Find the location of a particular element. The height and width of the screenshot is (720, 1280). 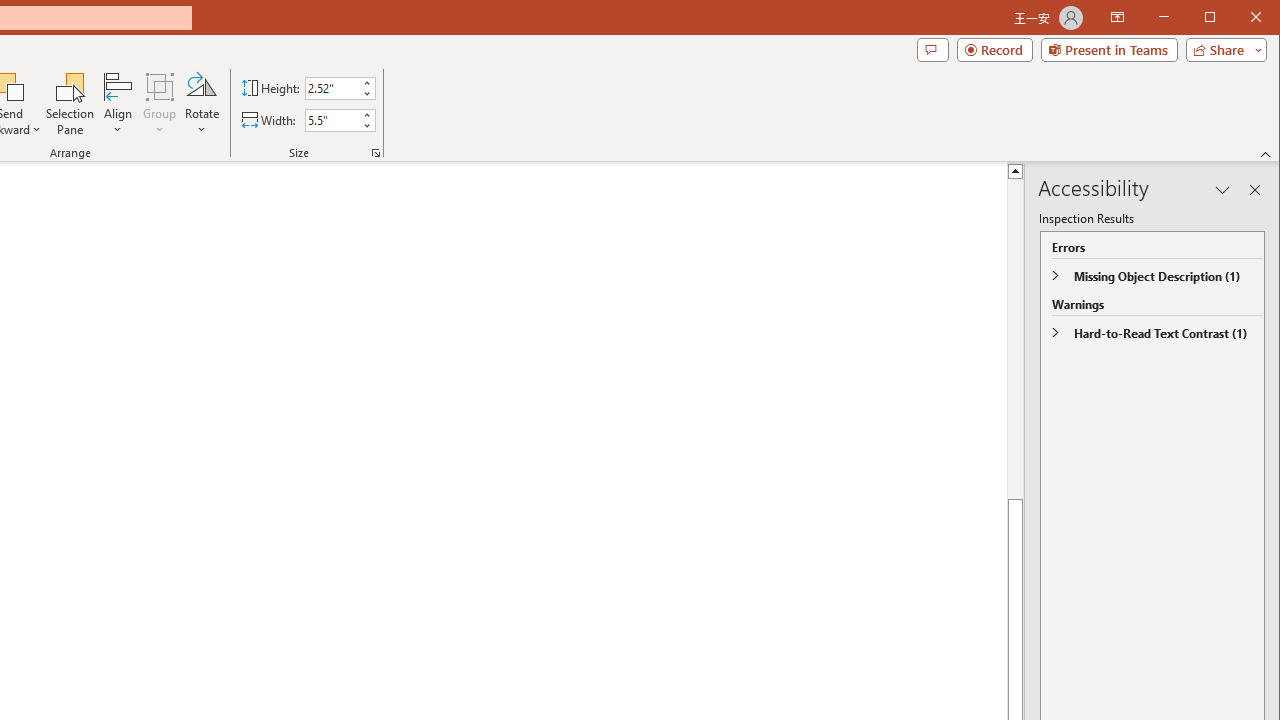

'Shape Height' is located at coordinates (332, 87).